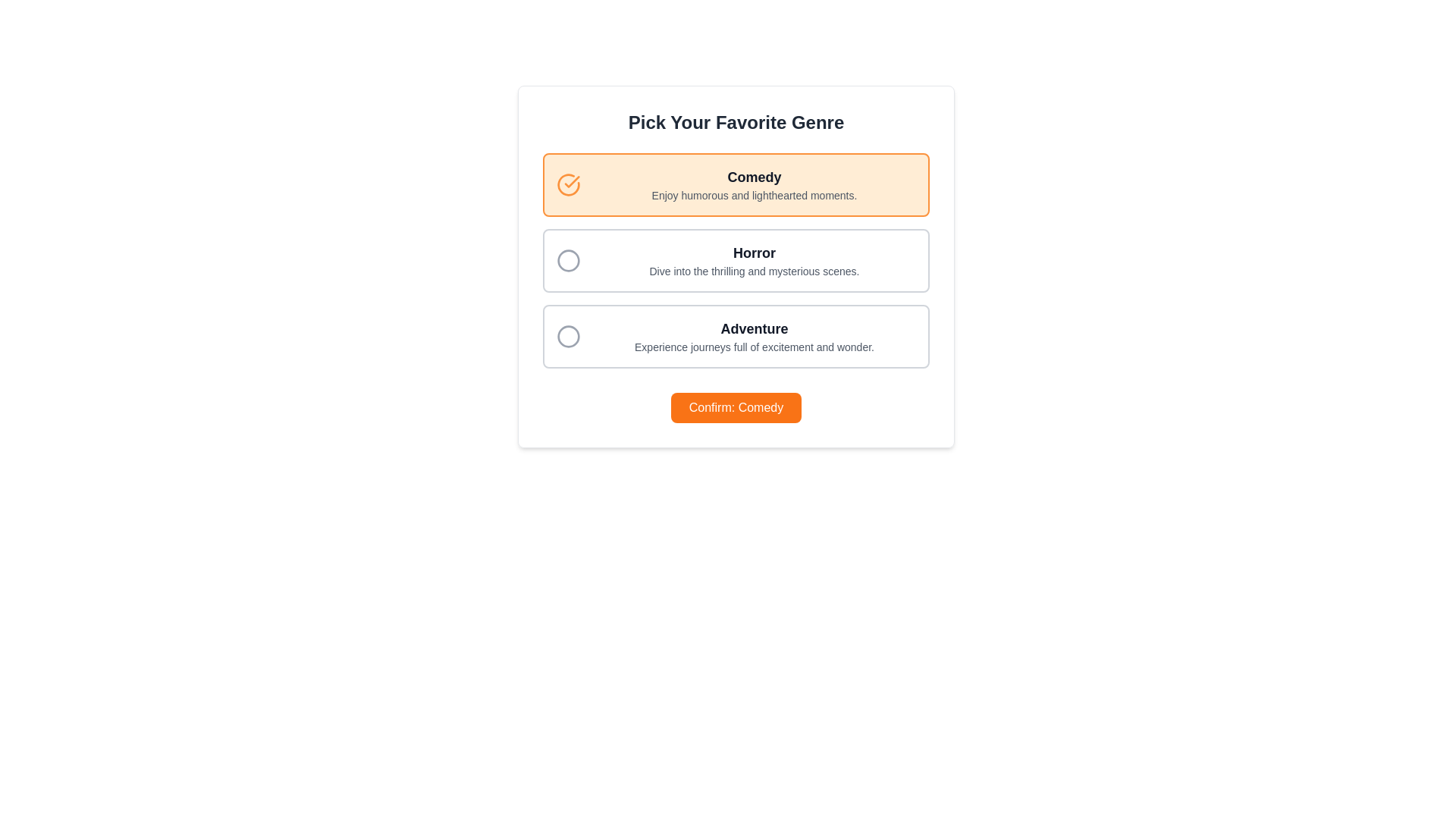 This screenshot has height=819, width=1456. I want to click on the 'Horror' option card in the genre selection list, so click(736, 259).